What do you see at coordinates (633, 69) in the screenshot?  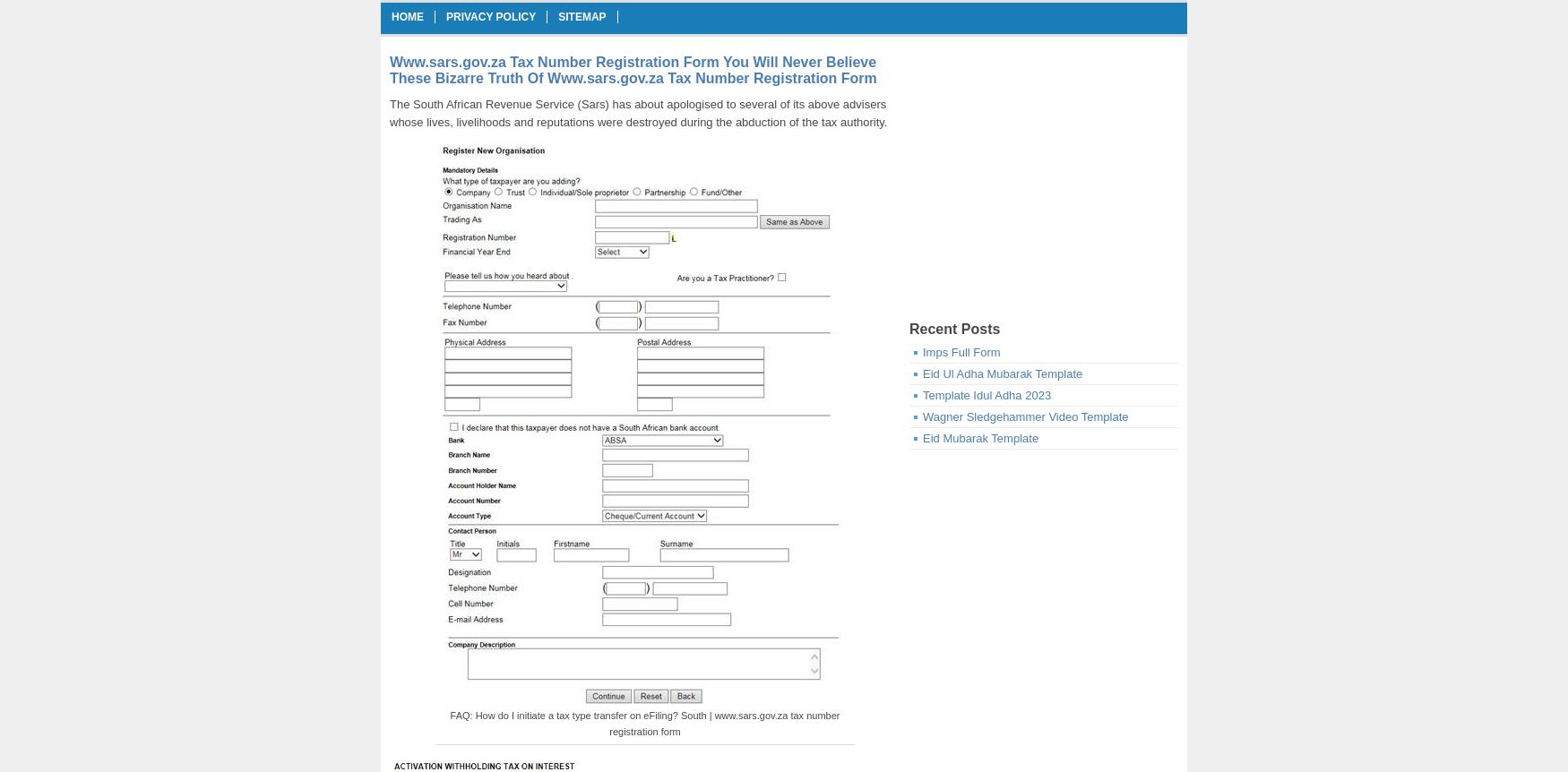 I see `'Www.sars.gov.za Tax Number Registration Form
 You Will Never Believe These Bizarre Truth Of Www.sars.gov.za Tax Number Registration Form'` at bounding box center [633, 69].